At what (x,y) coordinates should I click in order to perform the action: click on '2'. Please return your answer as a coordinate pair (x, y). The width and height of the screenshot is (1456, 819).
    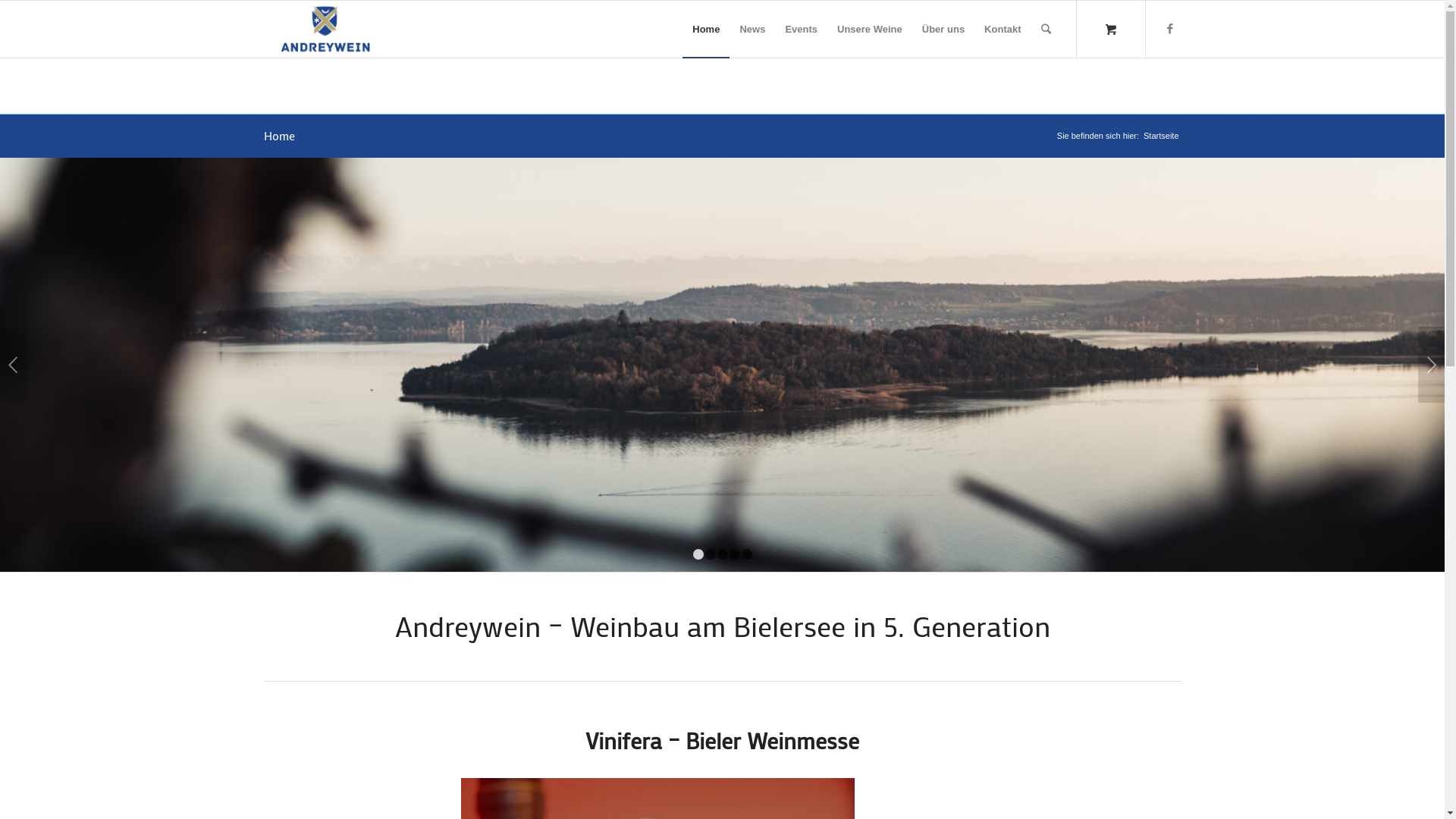
    Looking at the image, I should click on (709, 554).